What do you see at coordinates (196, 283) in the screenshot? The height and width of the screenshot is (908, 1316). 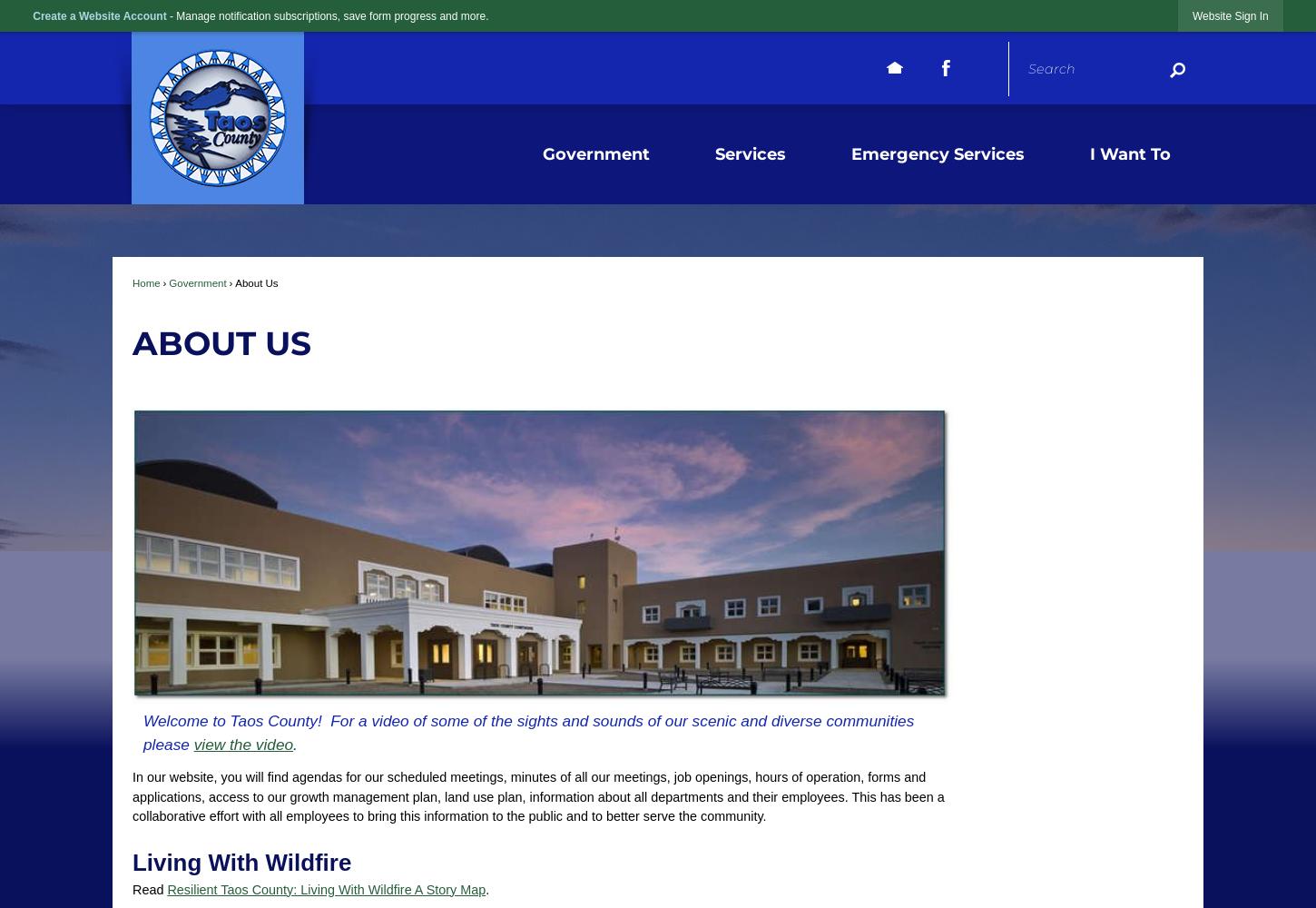 I see `'Government'` at bounding box center [196, 283].